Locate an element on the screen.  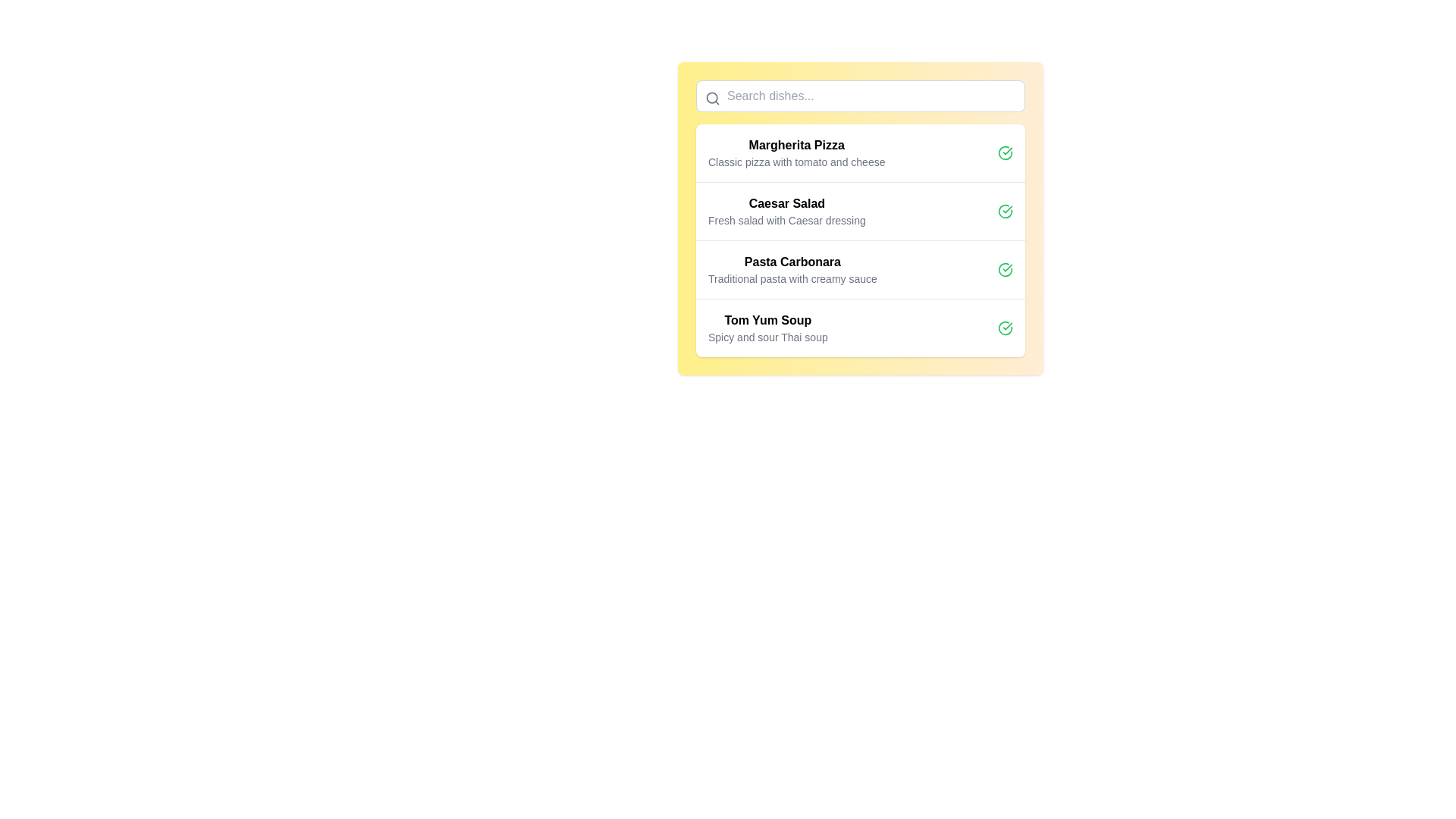
text element displaying 'Spicy and sour Thai soup', which is positioned below the title 'Tom Yum Soup' in the listing box is located at coordinates (767, 336).